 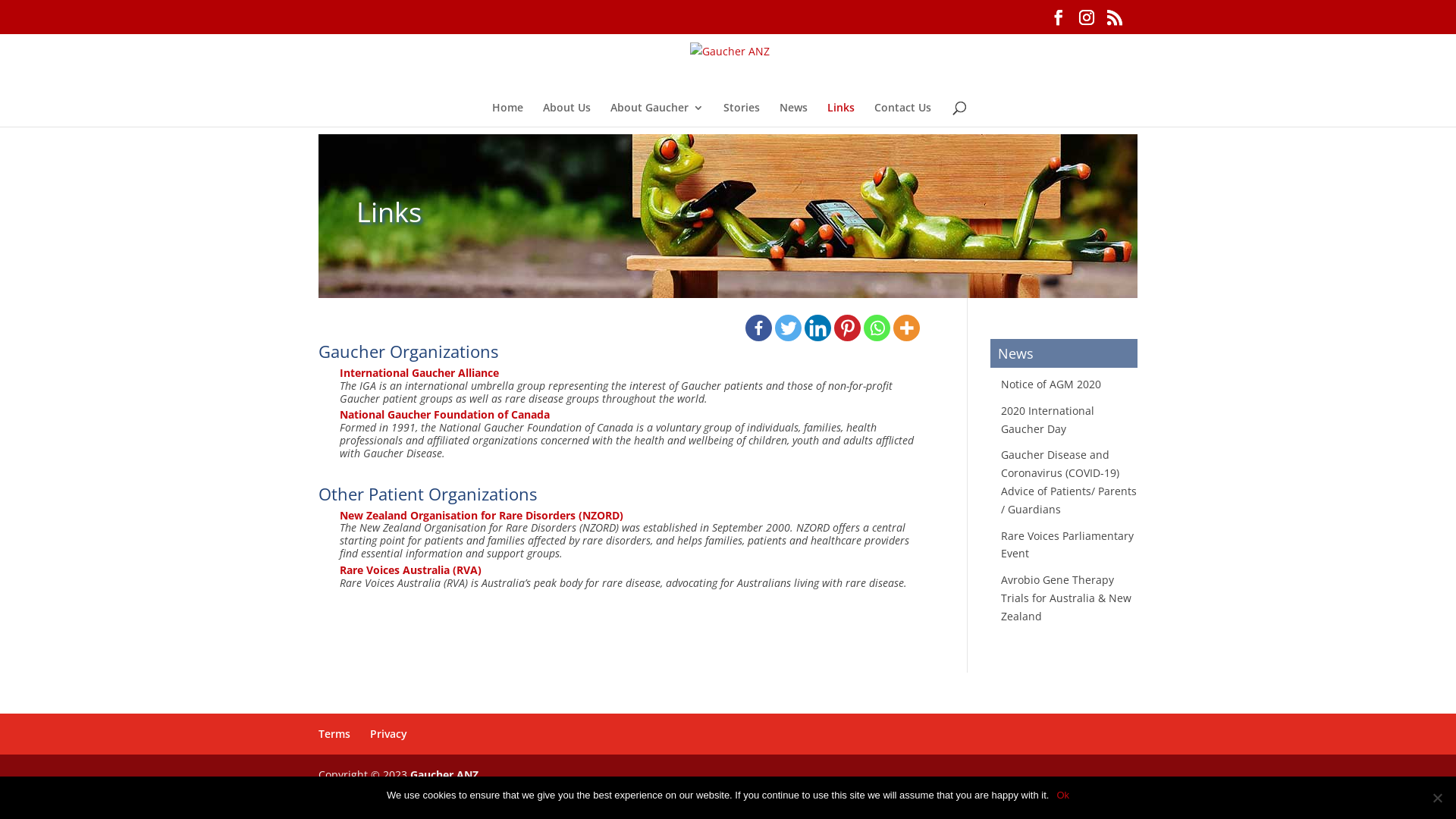 What do you see at coordinates (846, 327) in the screenshot?
I see `'Pinterest'` at bounding box center [846, 327].